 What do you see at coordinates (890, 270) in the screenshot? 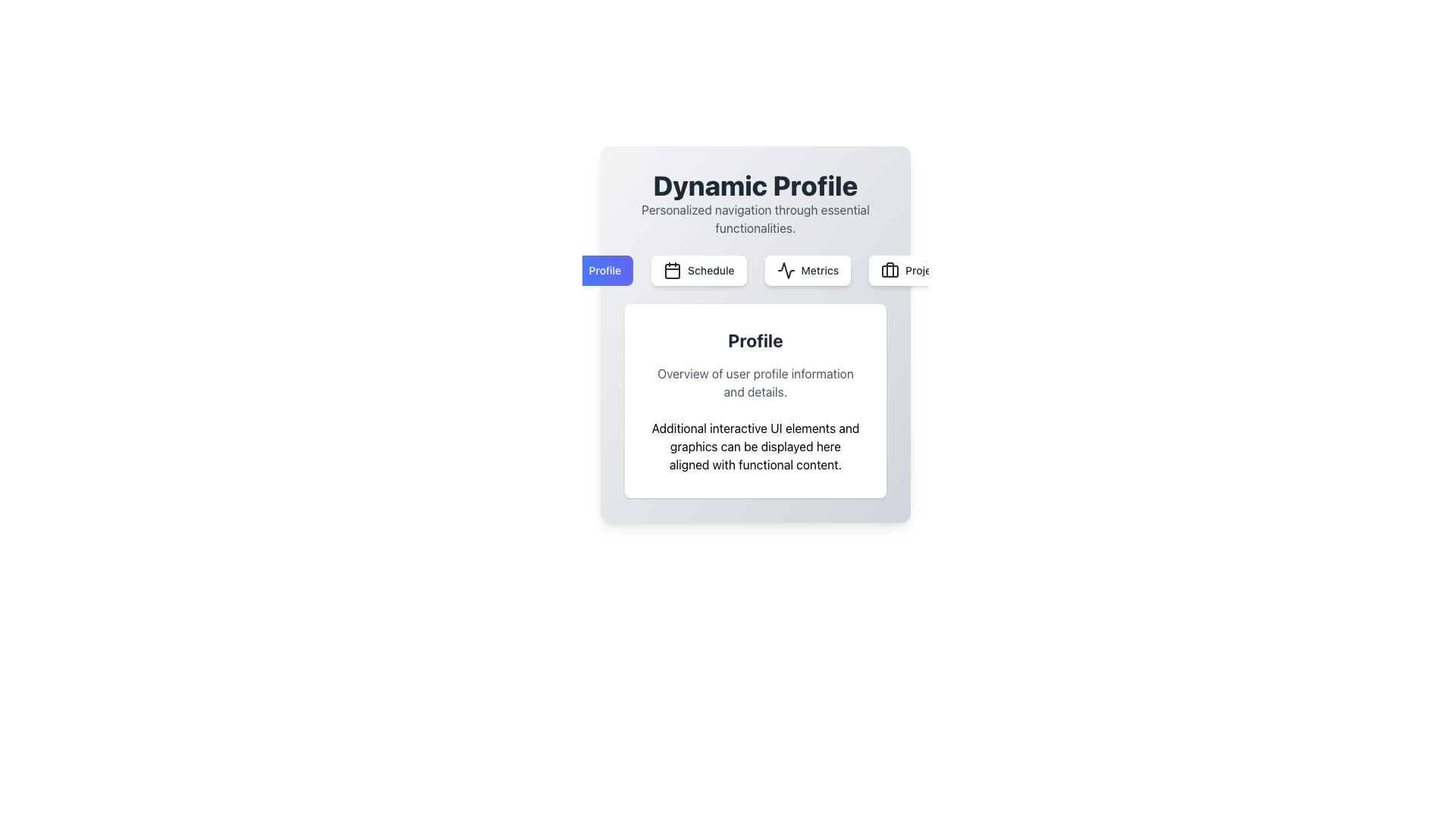
I see `the 'Projects' icon located on the rightmost section of the horizontal menu` at bounding box center [890, 270].